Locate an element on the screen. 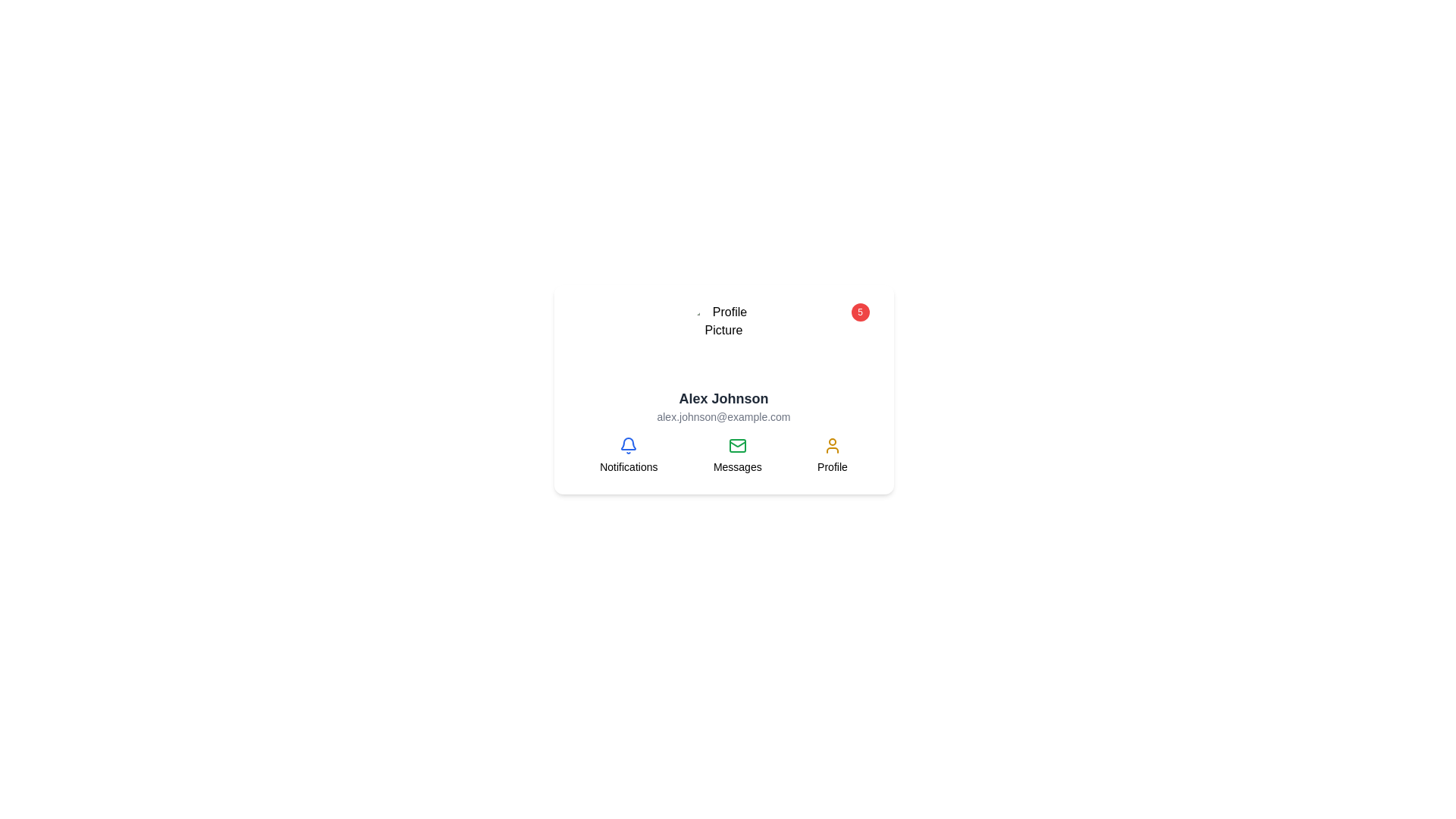 The width and height of the screenshot is (1456, 819). the circular profile picture of Alex Johnson, which is a 96x96 pixel image with rounded corners, located centrally above the text is located at coordinates (723, 338).